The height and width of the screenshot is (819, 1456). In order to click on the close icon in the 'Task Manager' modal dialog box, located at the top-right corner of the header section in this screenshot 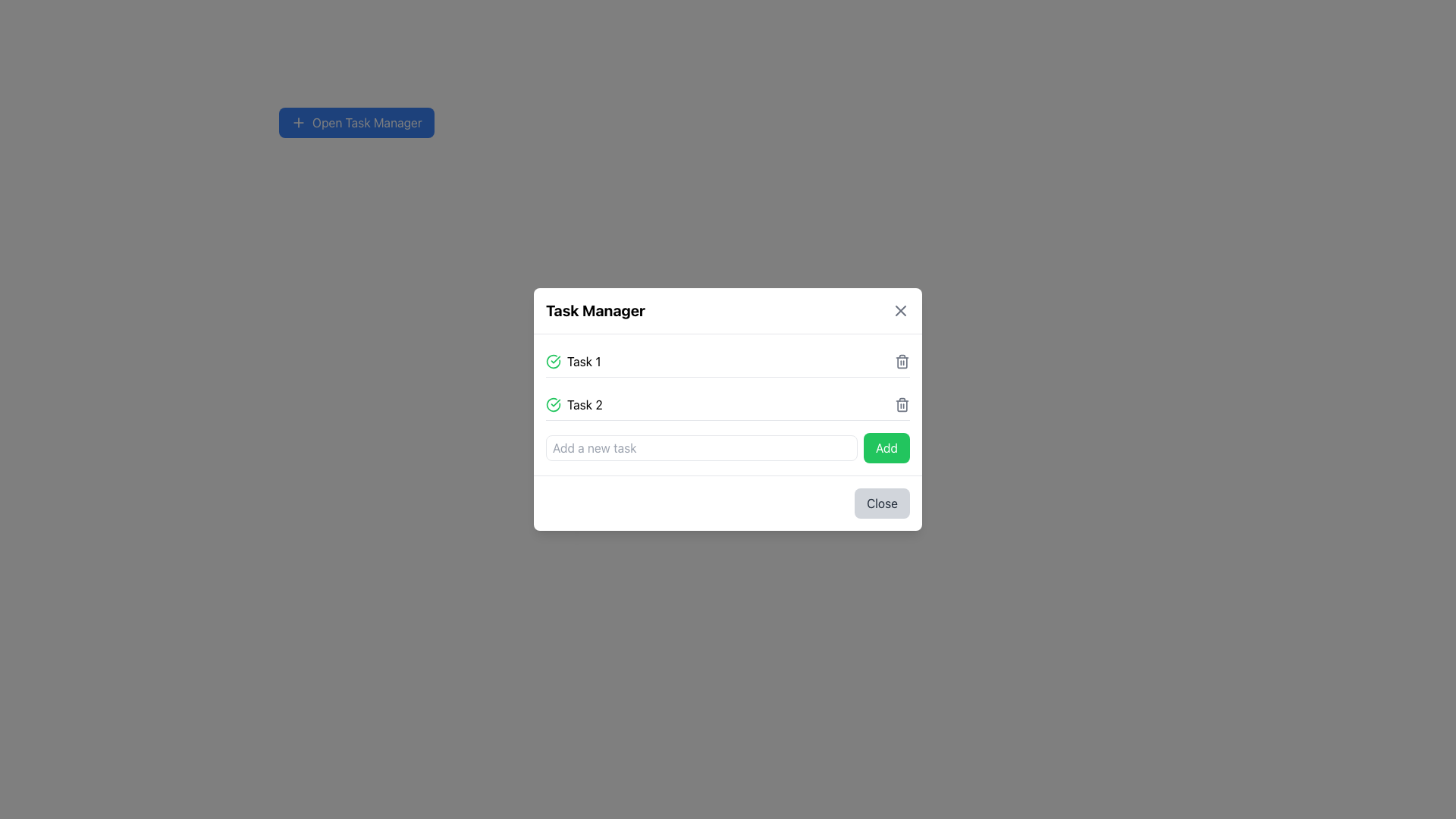, I will do `click(901, 309)`.